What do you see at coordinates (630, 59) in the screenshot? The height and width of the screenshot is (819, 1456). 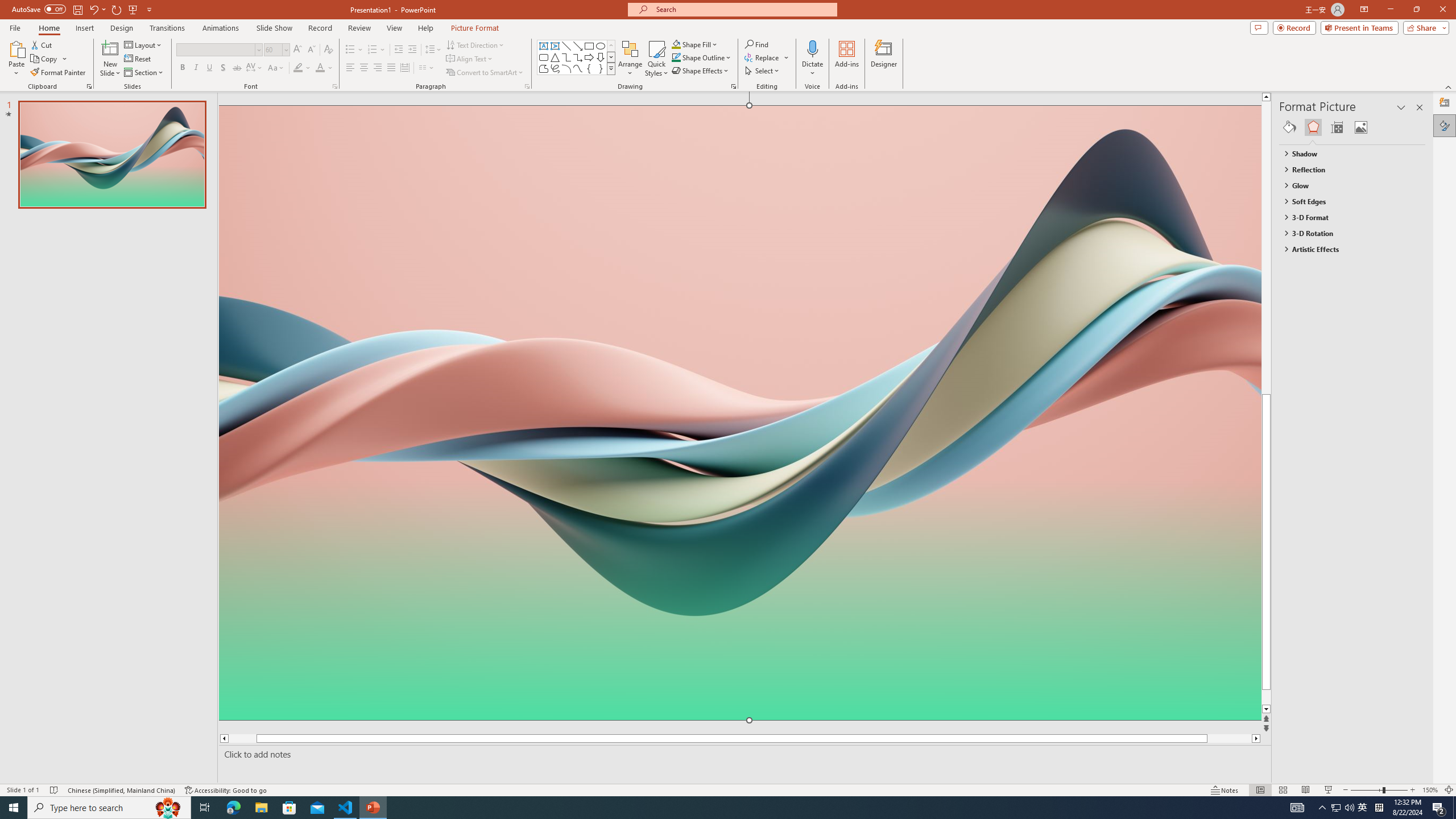 I see `'Arrange'` at bounding box center [630, 59].